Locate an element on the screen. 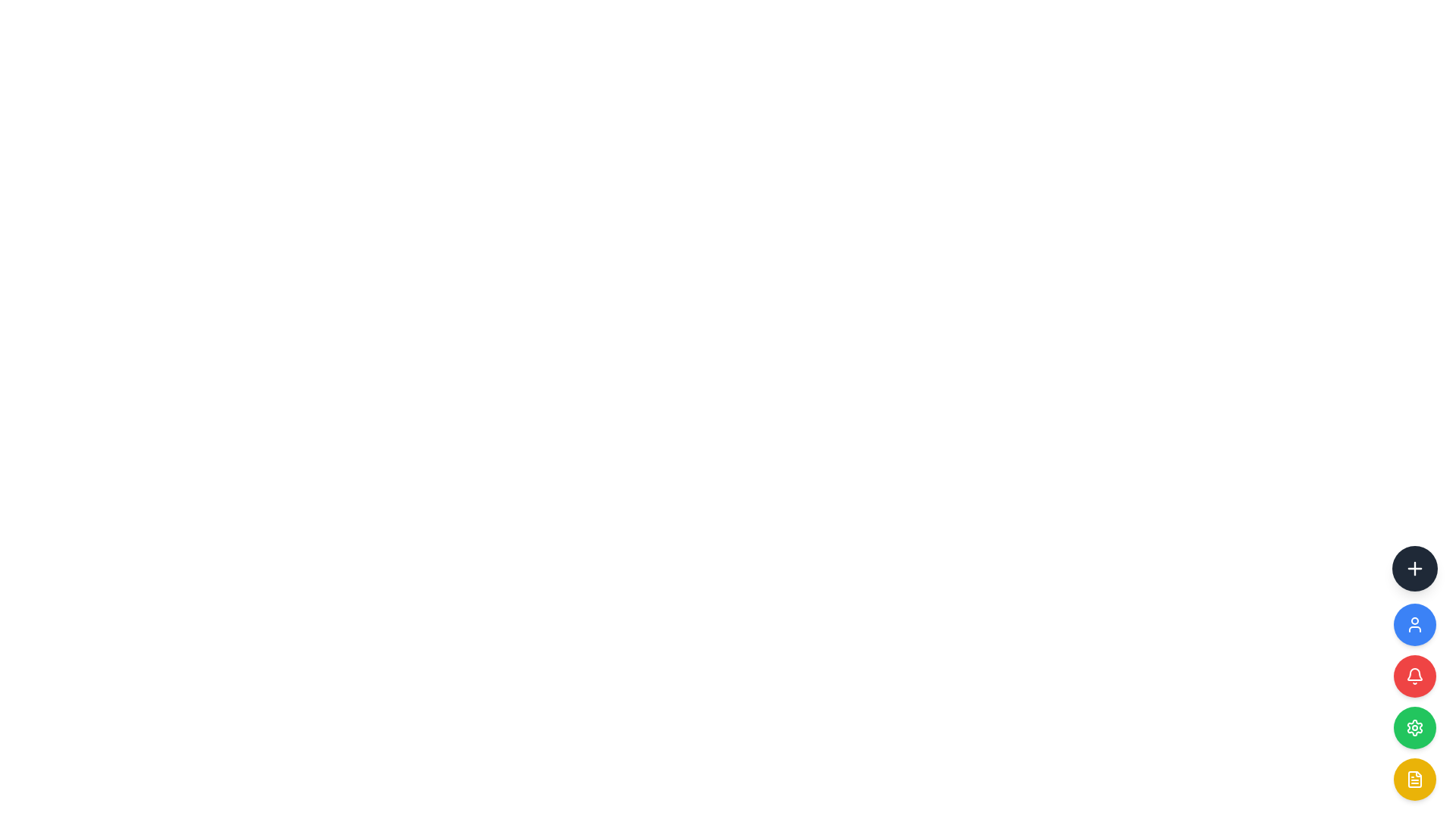 Image resolution: width=1456 pixels, height=819 pixels. the toggle button located at the bottom right of the interface is located at coordinates (1414, 568).